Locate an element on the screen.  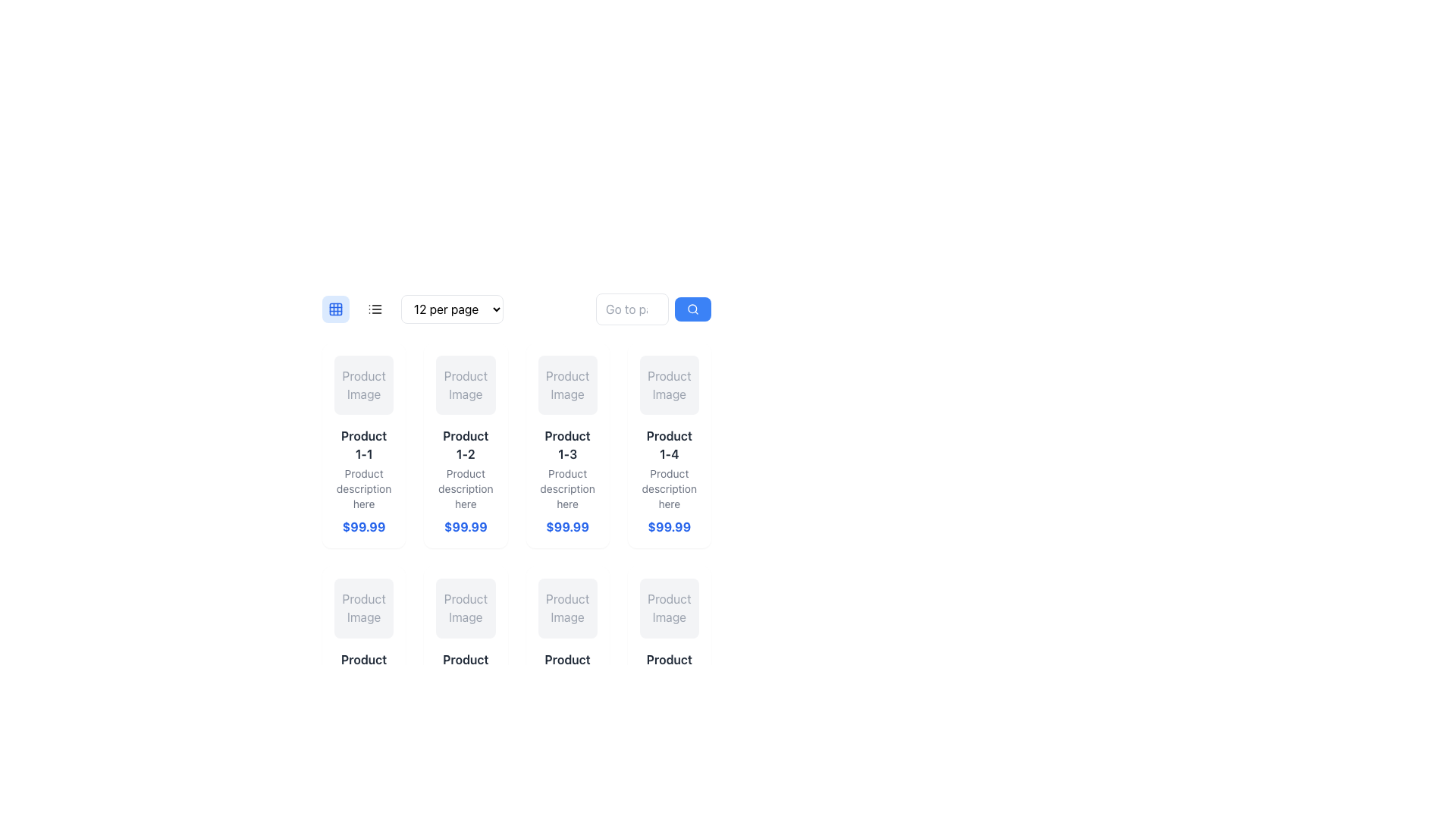
the dropdown menu located centrally aligned in the toolbar section above the main content grid is located at coordinates (516, 309).